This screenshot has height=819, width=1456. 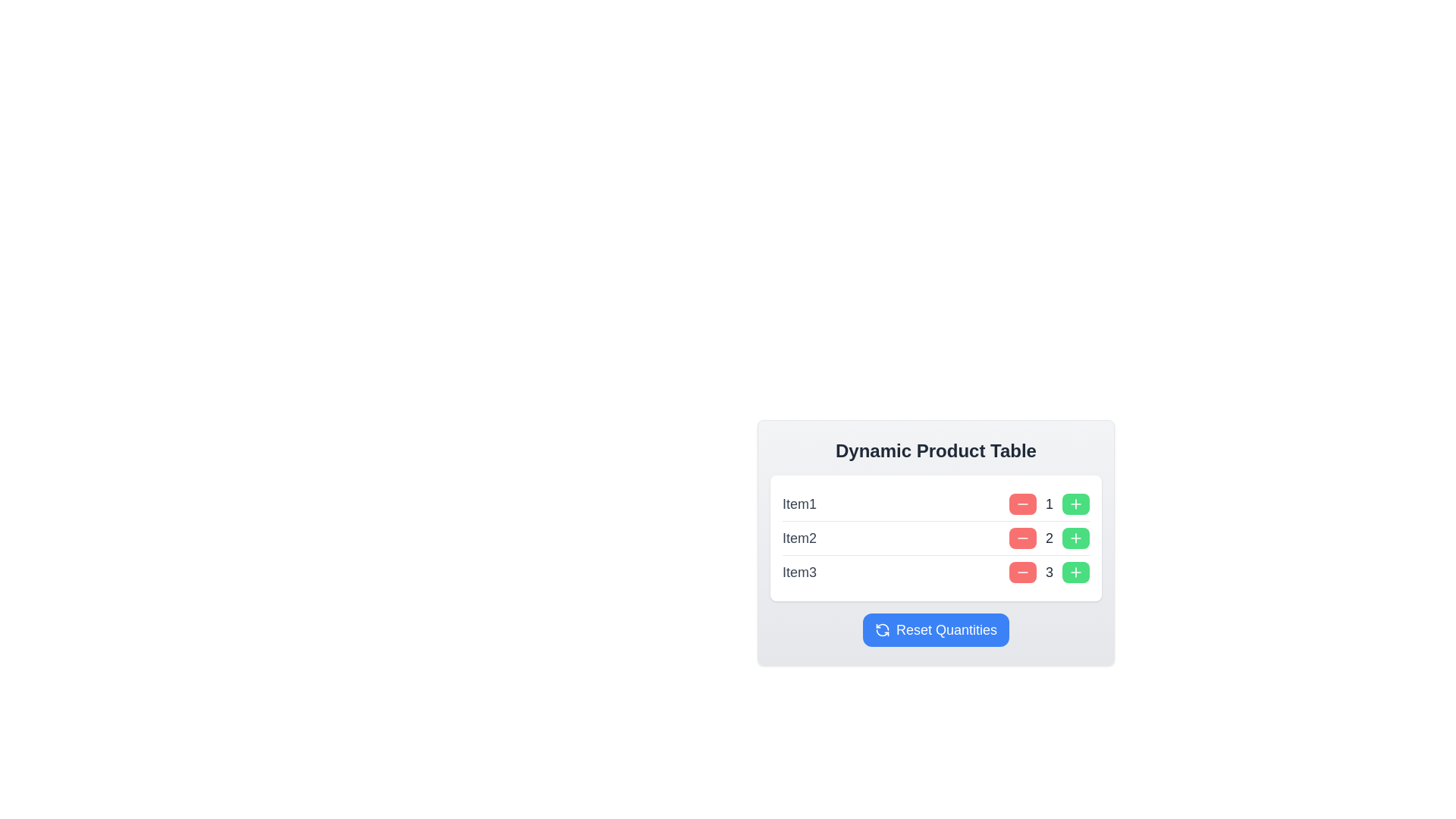 I want to click on the reset button located beneath the 'Dynamic Product Table' to reset the quantities in the table to their default values, so click(x=935, y=629).